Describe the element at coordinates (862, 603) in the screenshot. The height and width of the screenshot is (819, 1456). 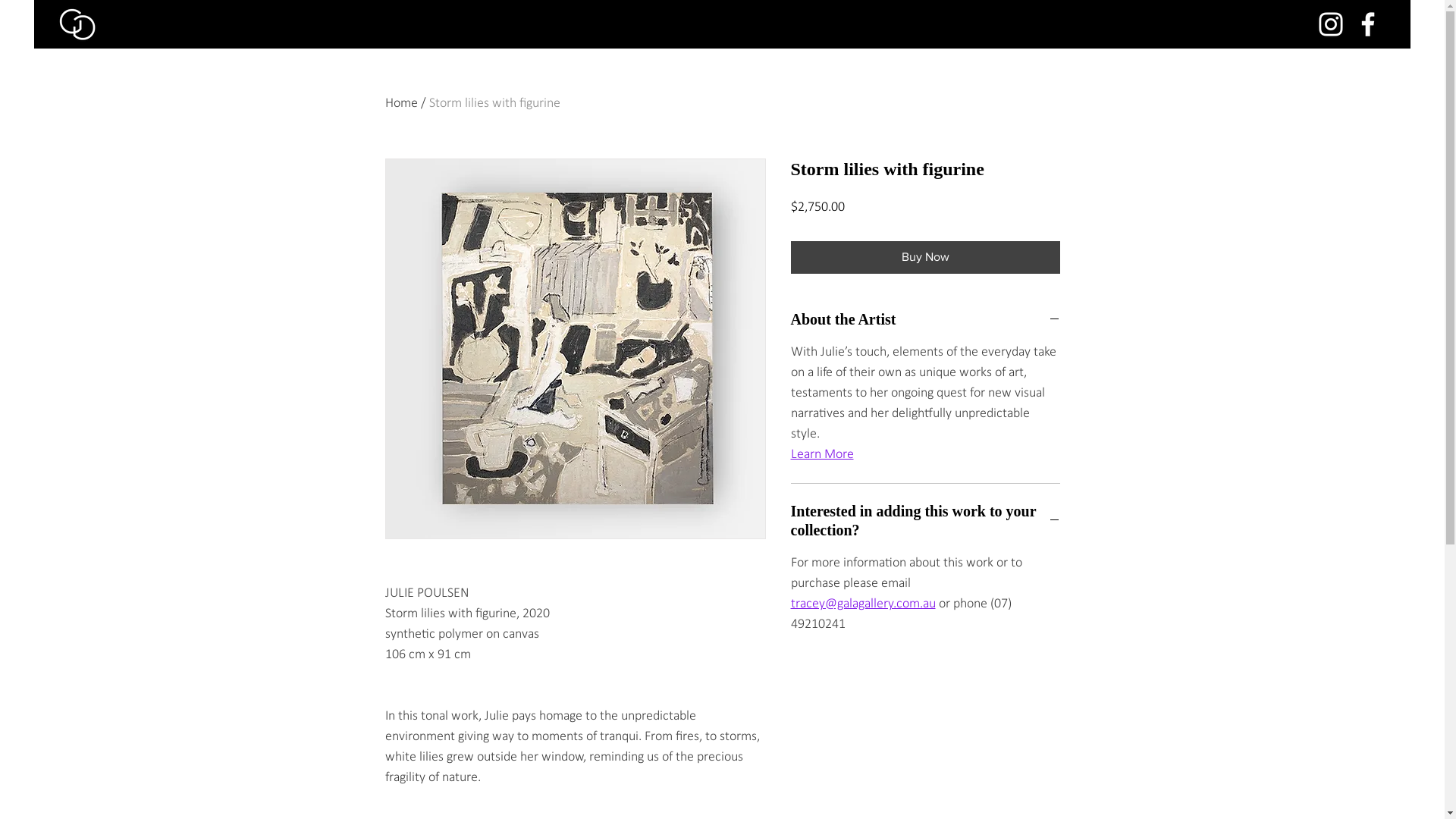
I see `'tracey@galagallery.com.au'` at that location.